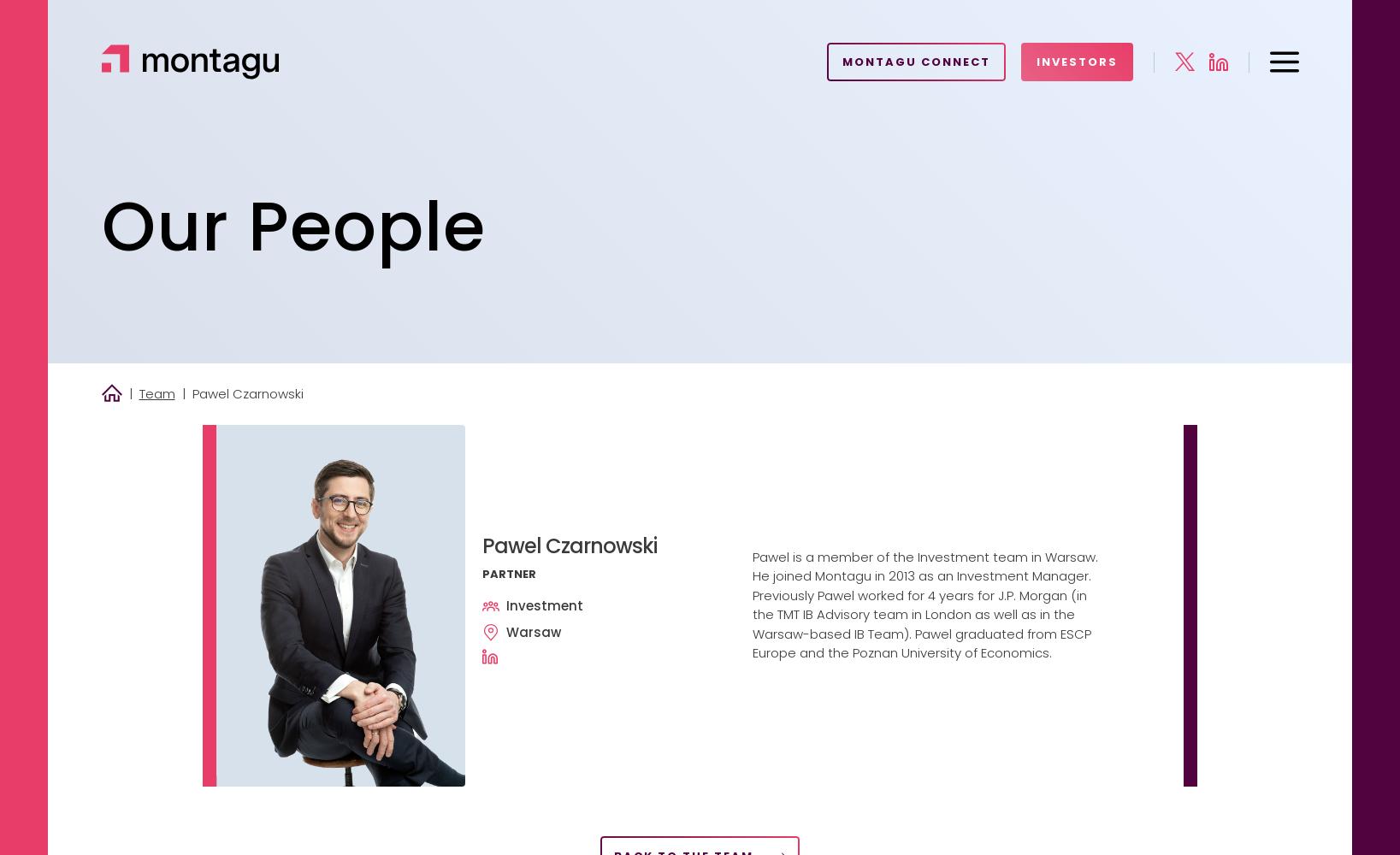  Describe the element at coordinates (914, 61) in the screenshot. I see `'Montagu Connect'` at that location.